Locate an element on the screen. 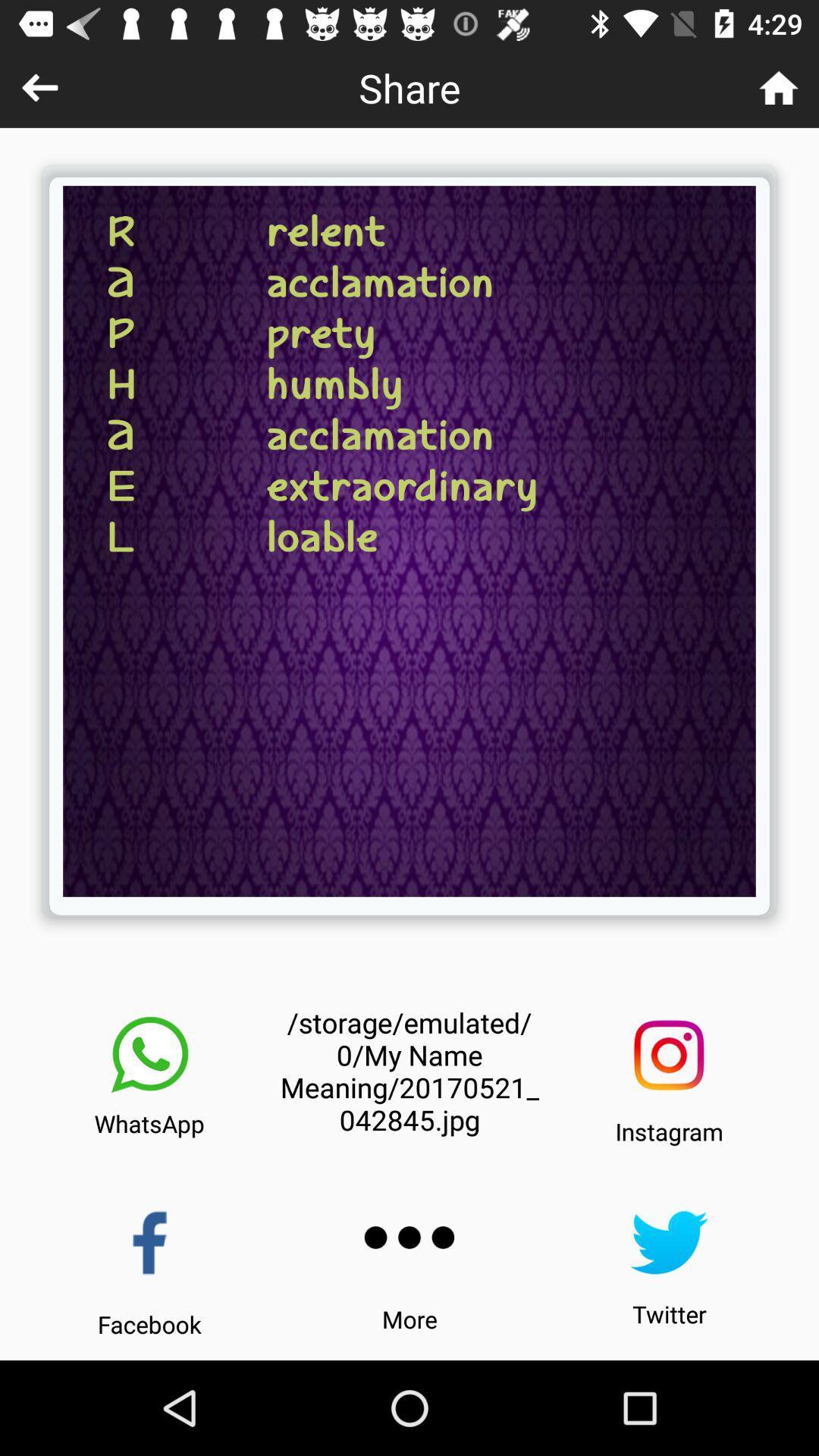 This screenshot has height=1456, width=819. clickable home button is located at coordinates (779, 86).